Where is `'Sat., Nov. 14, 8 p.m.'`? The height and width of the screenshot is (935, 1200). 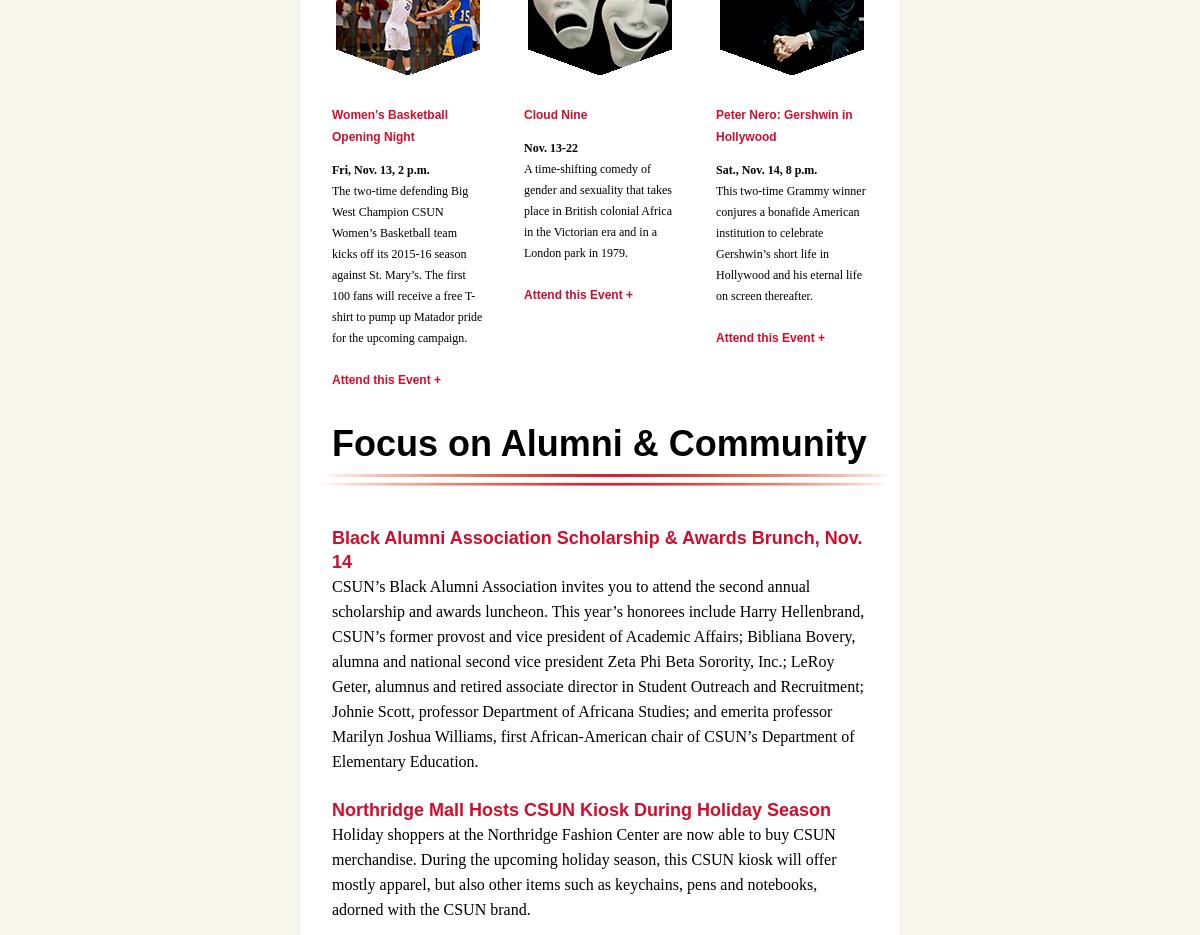
'Sat., Nov. 14, 8 p.m.' is located at coordinates (765, 169).